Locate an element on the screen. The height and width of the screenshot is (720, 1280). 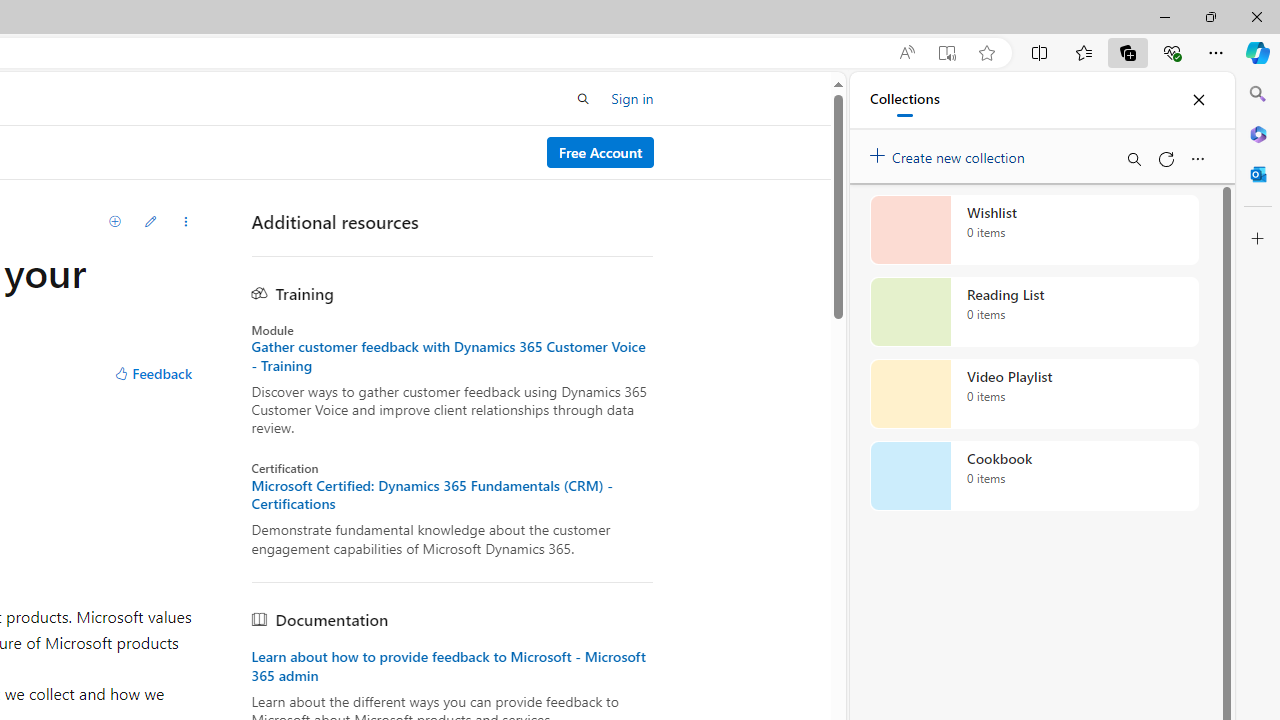
'Edit' is located at coordinates (150, 222).